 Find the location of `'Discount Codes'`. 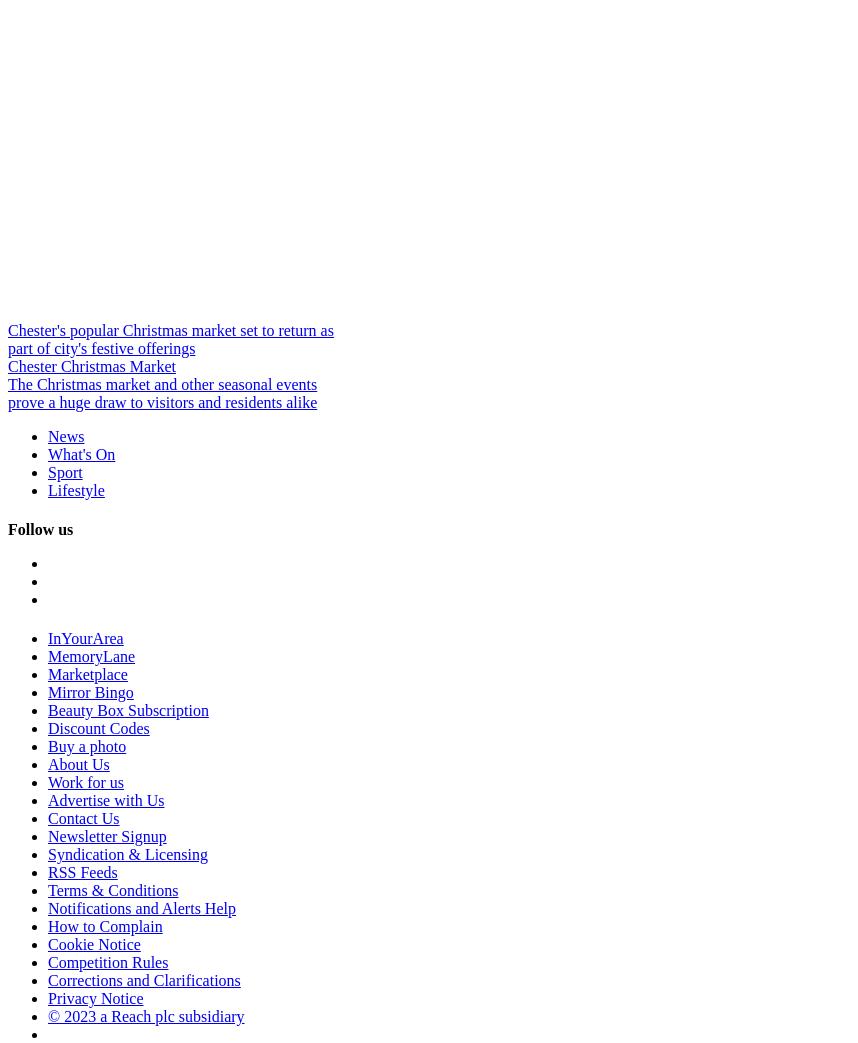

'Discount Codes' is located at coordinates (46, 728).